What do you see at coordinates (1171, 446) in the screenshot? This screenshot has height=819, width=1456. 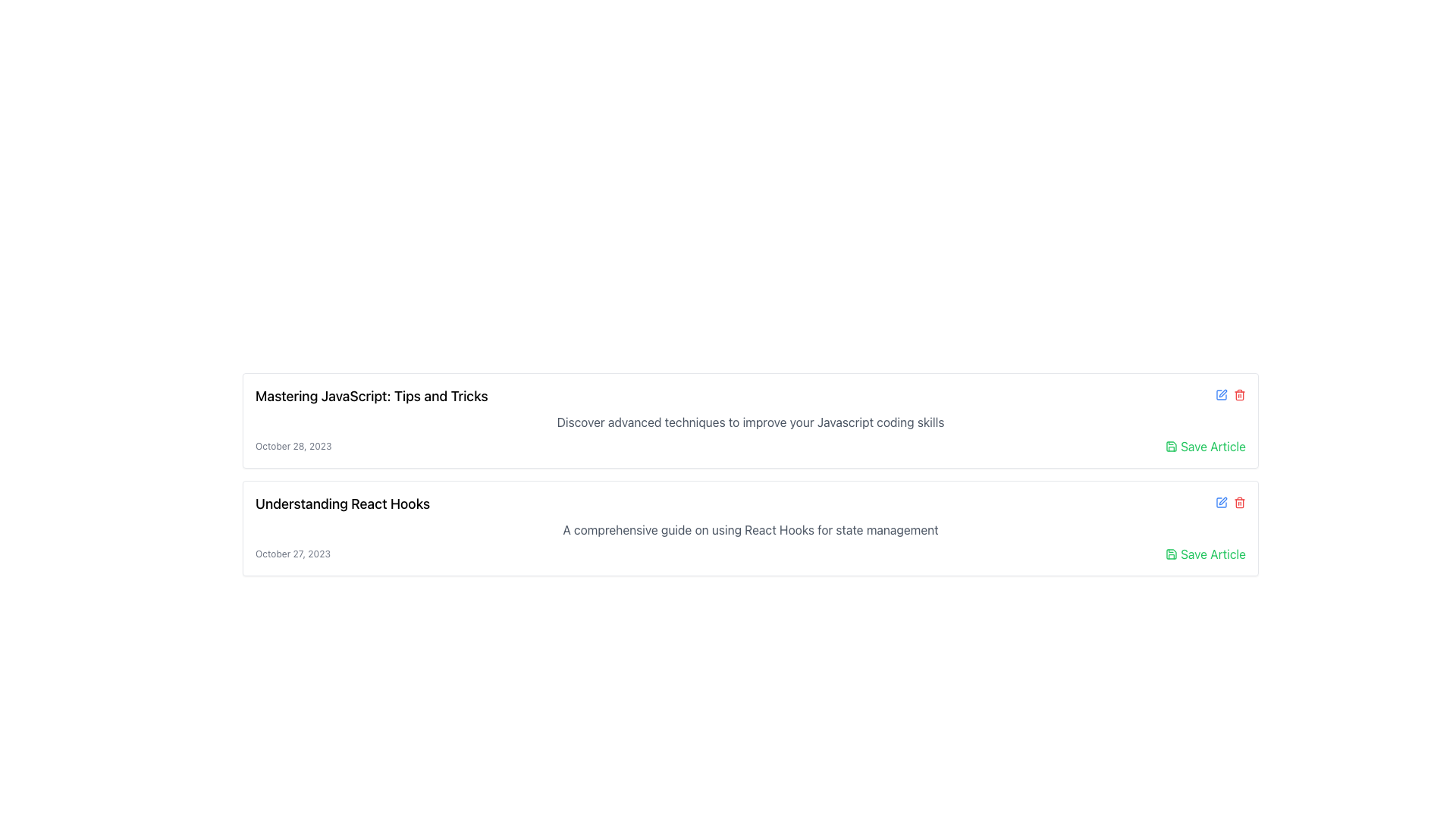 I see `the green save icon located to the right of the article title 'Mastering JavaScript: Tips and Tricks'` at bounding box center [1171, 446].